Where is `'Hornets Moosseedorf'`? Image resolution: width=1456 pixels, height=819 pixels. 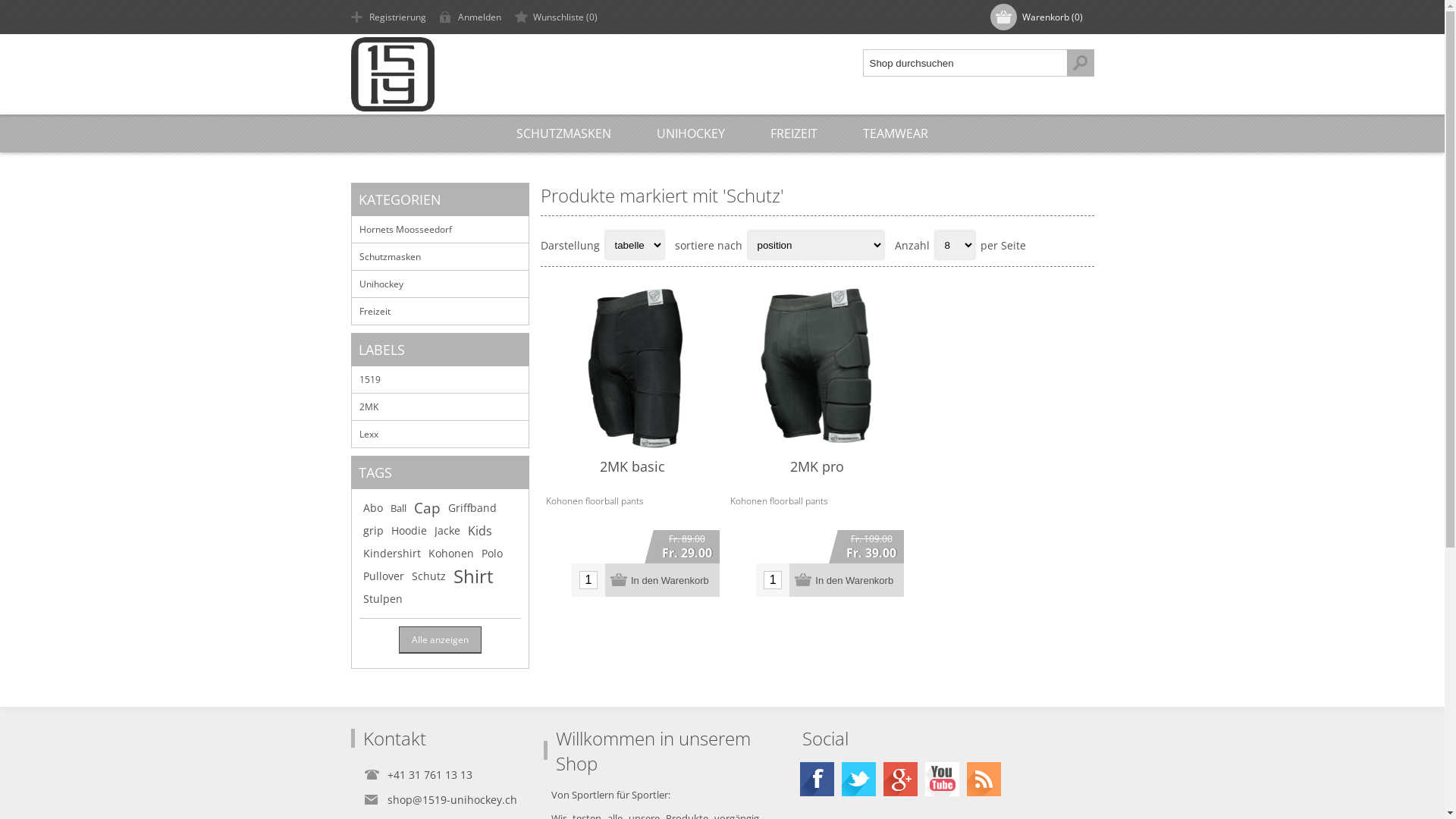
'Hornets Moosseedorf' is located at coordinates (351, 229).